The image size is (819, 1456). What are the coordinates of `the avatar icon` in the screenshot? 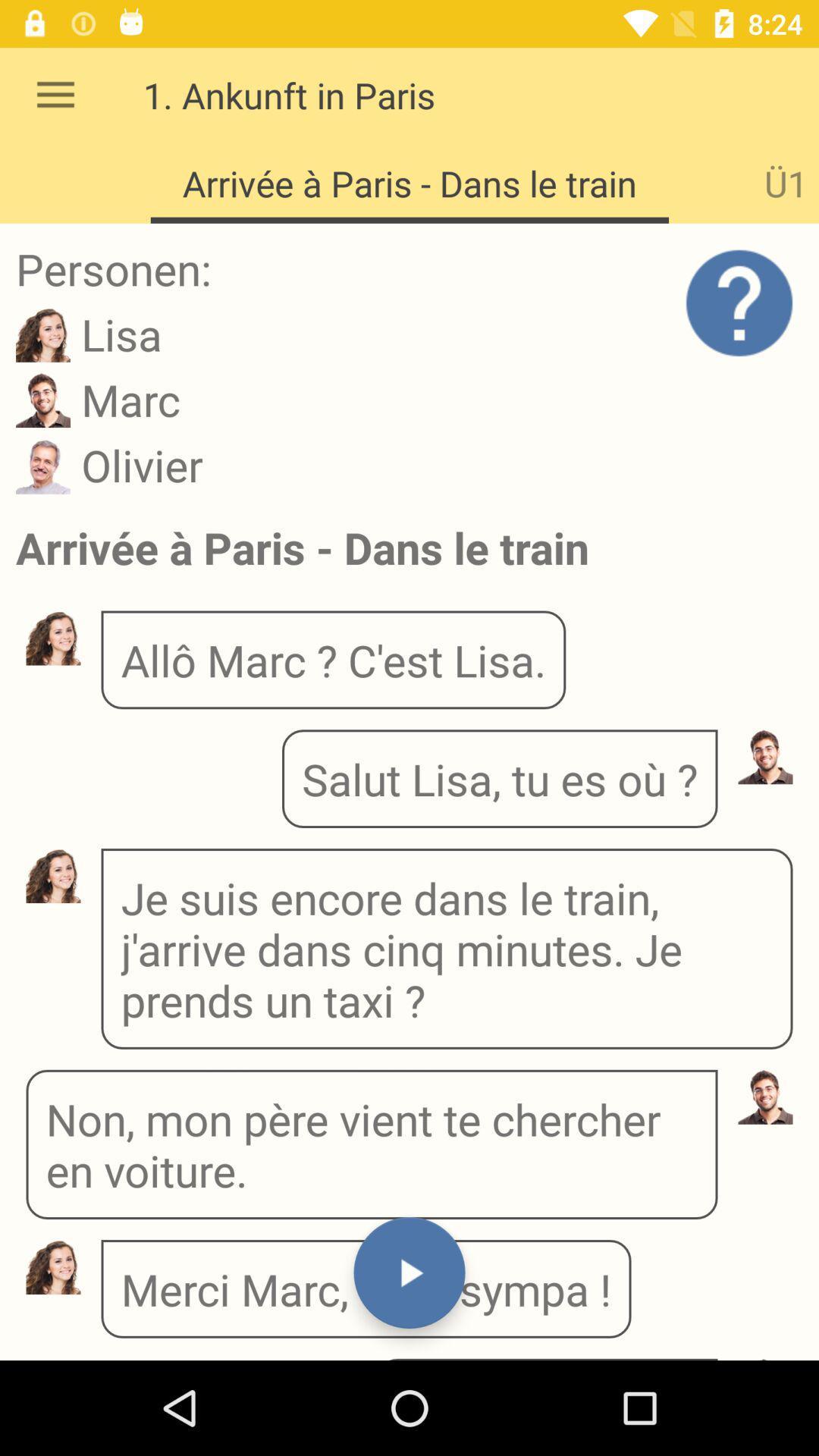 It's located at (765, 1097).